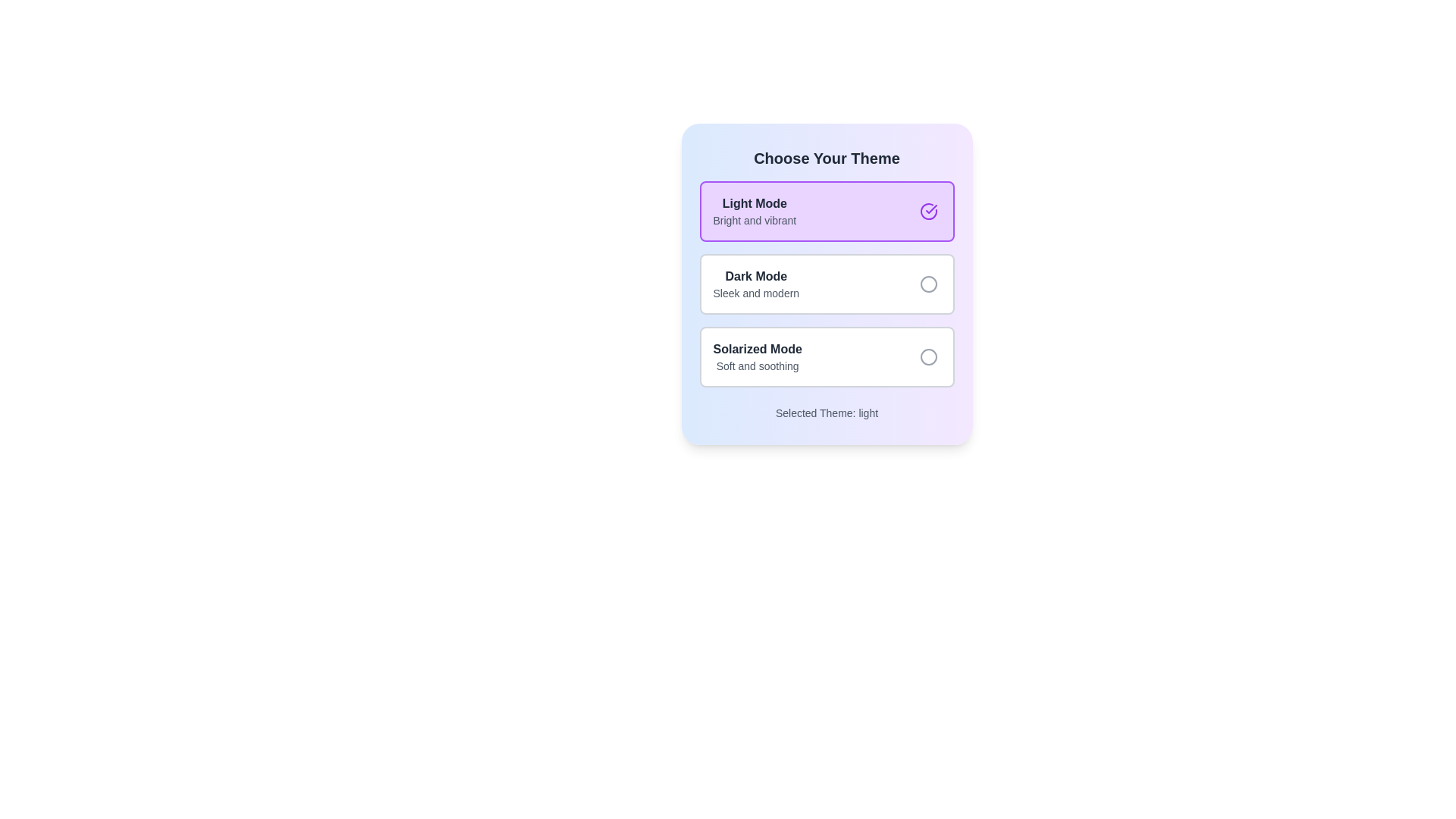 This screenshot has width=1456, height=819. Describe the element at coordinates (764, 356) in the screenshot. I see `the text label for the third selectable theme option 'Solarized Mode' which describes it as 'Soft and soothing'` at that location.